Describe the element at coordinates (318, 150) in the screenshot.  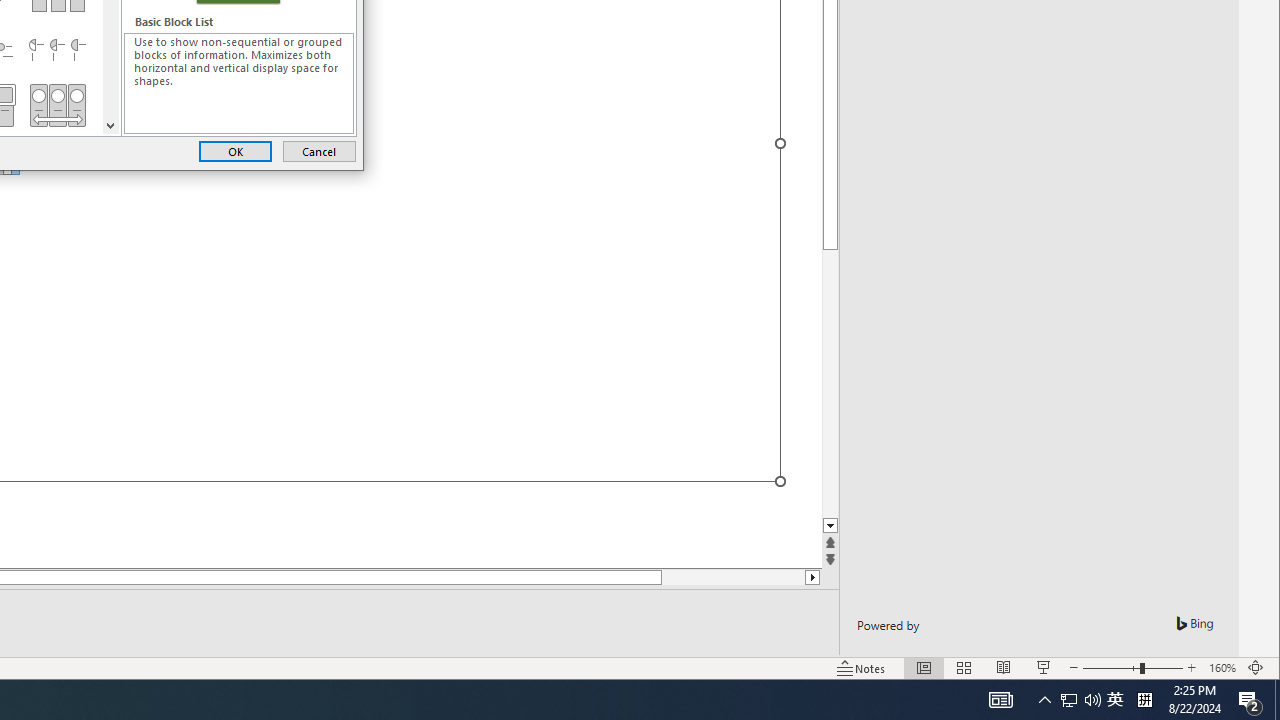
I see `'Cancel'` at that location.